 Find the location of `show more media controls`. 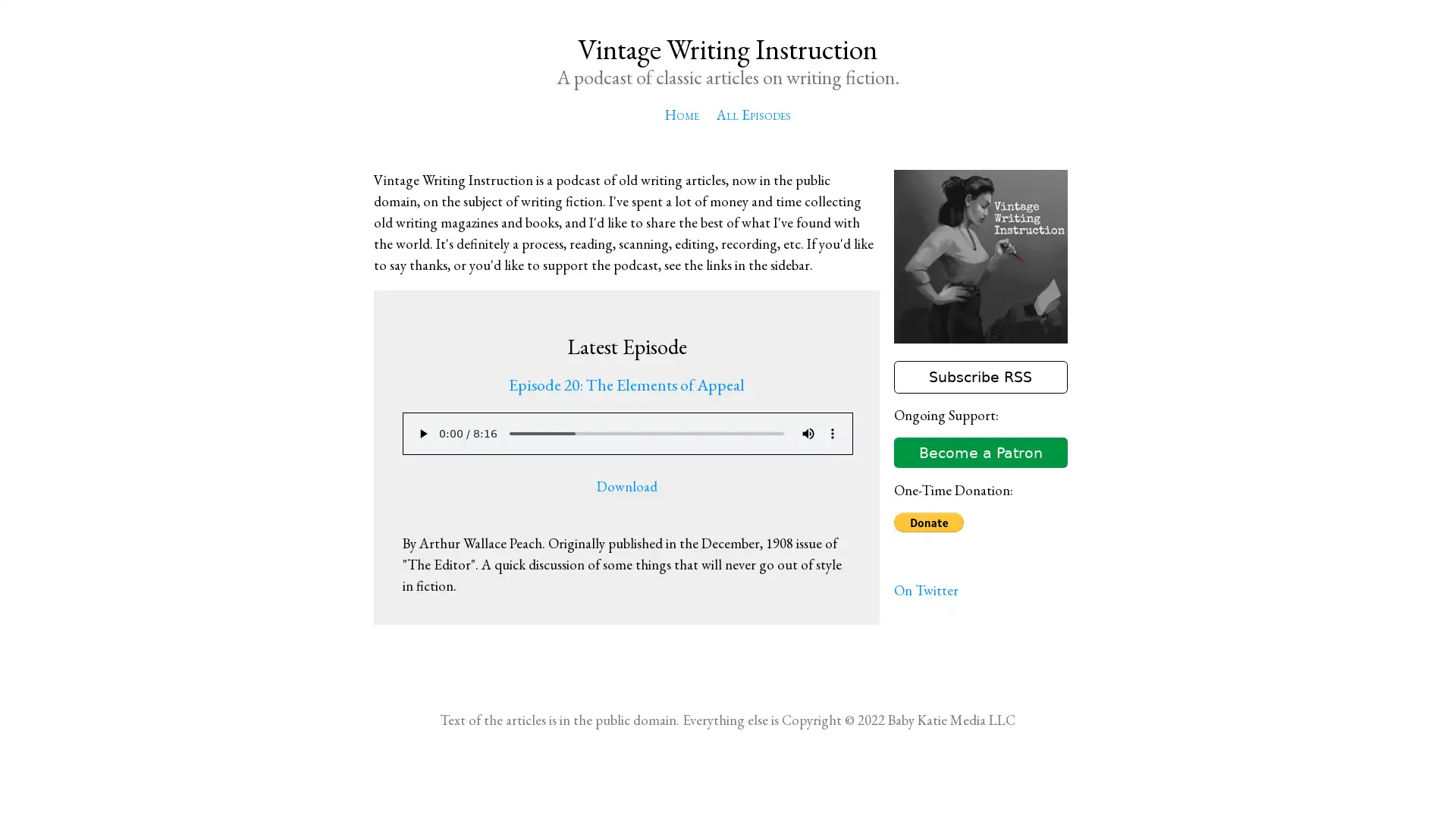

show more media controls is located at coordinates (831, 433).